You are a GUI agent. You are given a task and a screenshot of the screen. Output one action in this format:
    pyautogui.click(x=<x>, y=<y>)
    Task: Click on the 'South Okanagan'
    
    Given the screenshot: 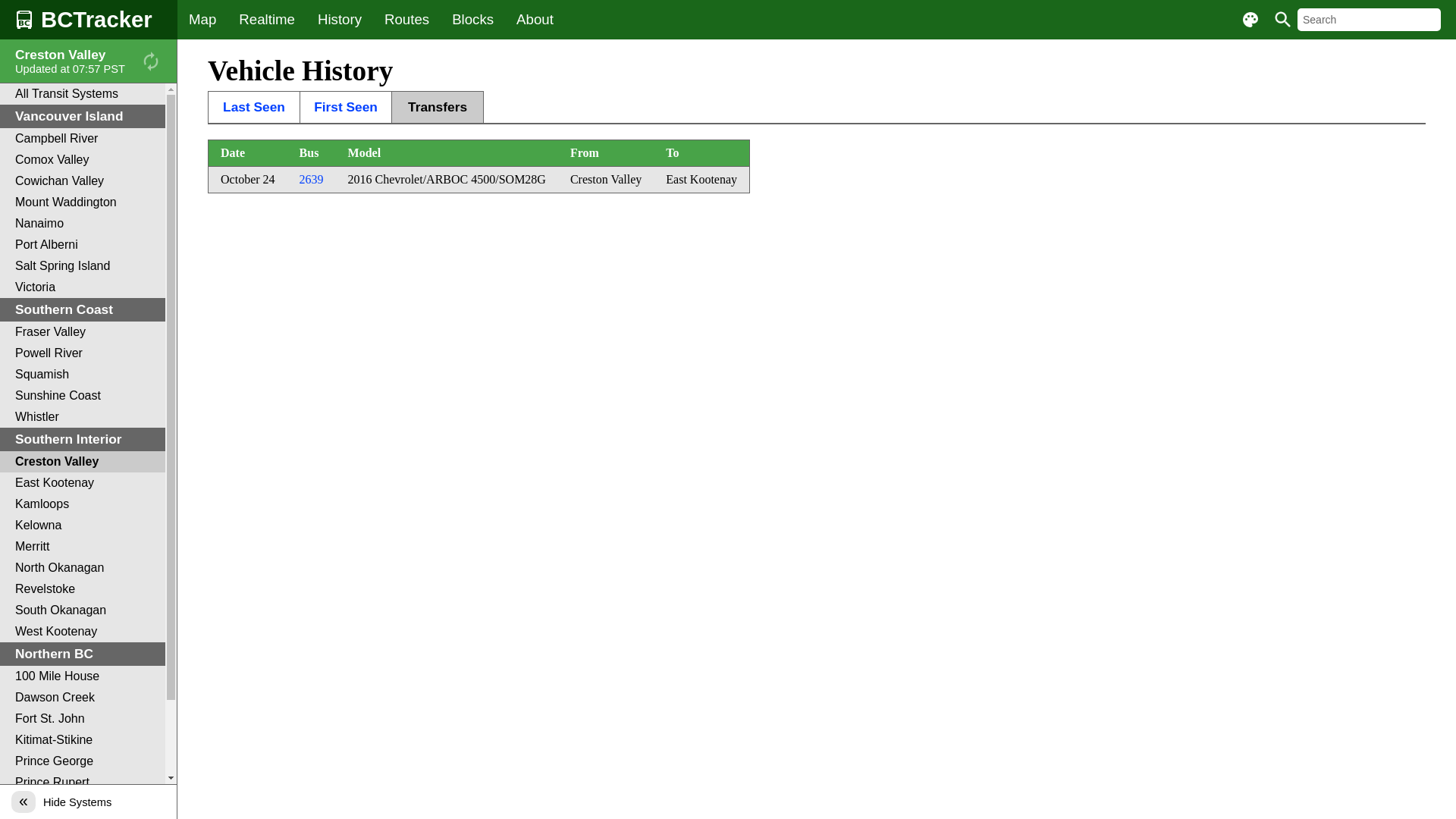 What is the action you would take?
    pyautogui.click(x=82, y=610)
    